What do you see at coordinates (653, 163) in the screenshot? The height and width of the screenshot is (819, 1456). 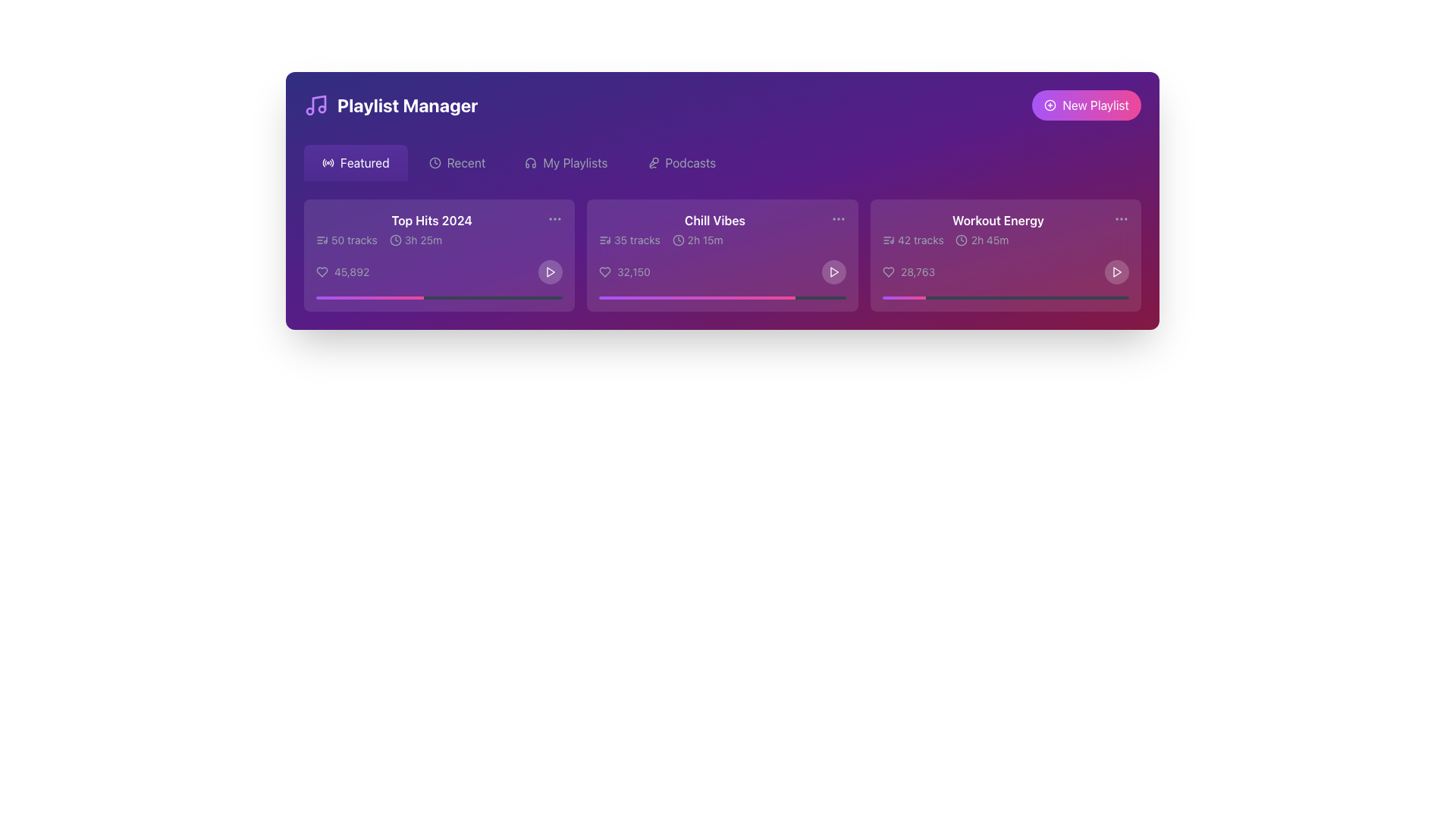 I see `the podcast icon located in the top menu section of the interface, which serves as a visual representation for the 'Podcasts' menu option` at bounding box center [653, 163].